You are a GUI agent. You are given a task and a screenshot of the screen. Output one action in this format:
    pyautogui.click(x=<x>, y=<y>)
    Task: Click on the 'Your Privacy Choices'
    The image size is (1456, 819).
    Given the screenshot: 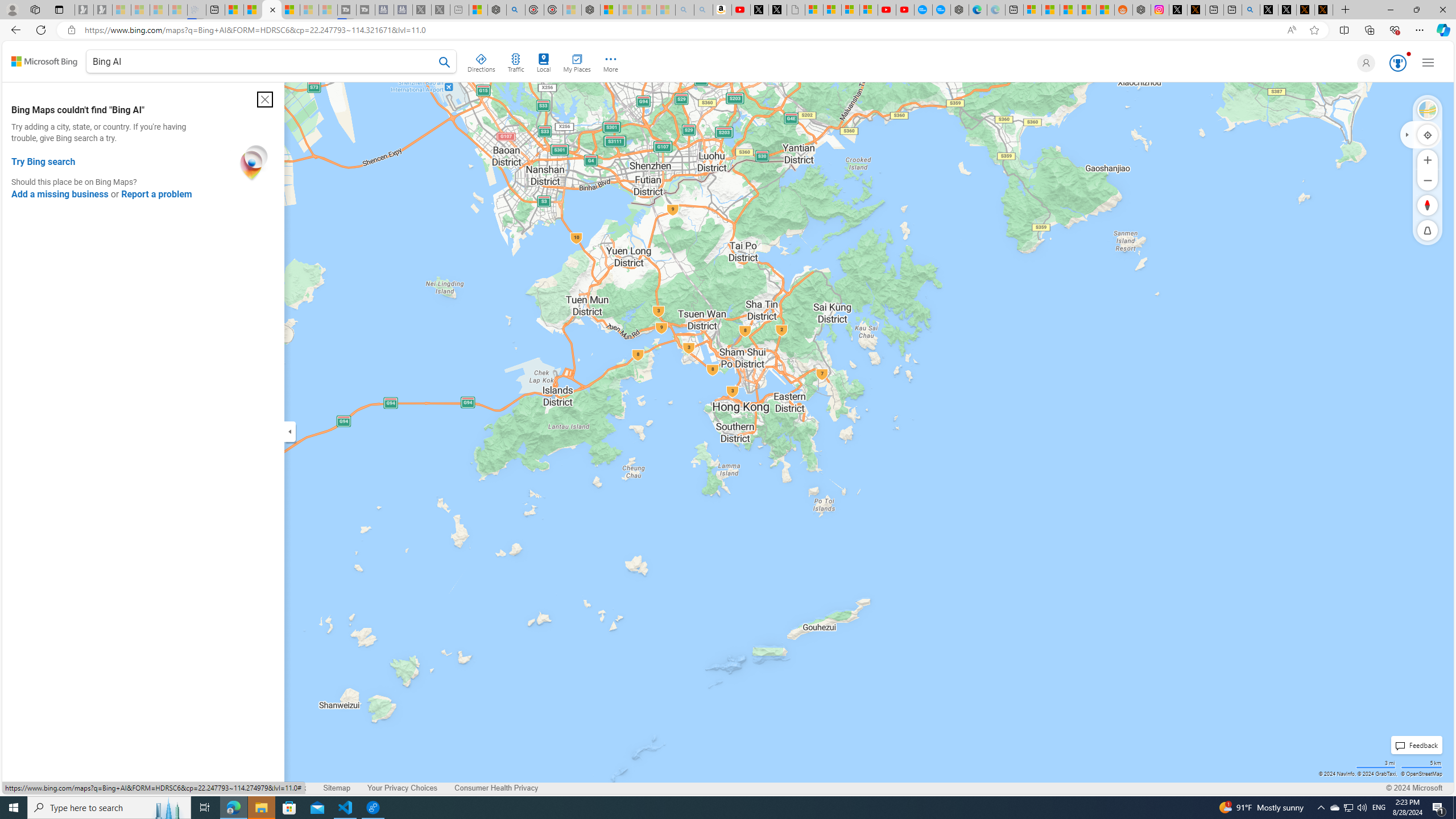 What is the action you would take?
    pyautogui.click(x=402, y=788)
    